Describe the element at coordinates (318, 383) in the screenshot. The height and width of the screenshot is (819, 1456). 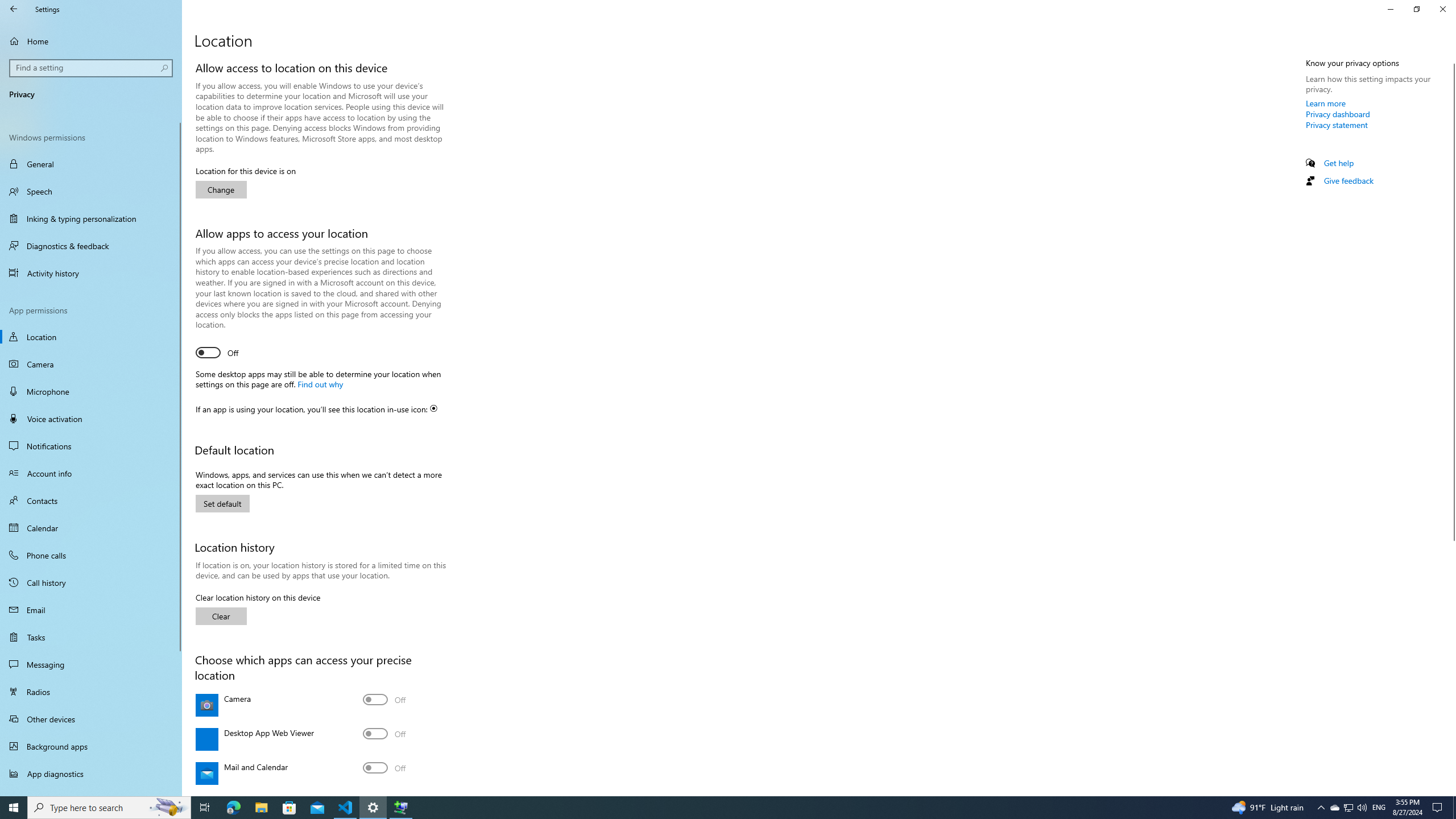
I see `'Find out why'` at that location.